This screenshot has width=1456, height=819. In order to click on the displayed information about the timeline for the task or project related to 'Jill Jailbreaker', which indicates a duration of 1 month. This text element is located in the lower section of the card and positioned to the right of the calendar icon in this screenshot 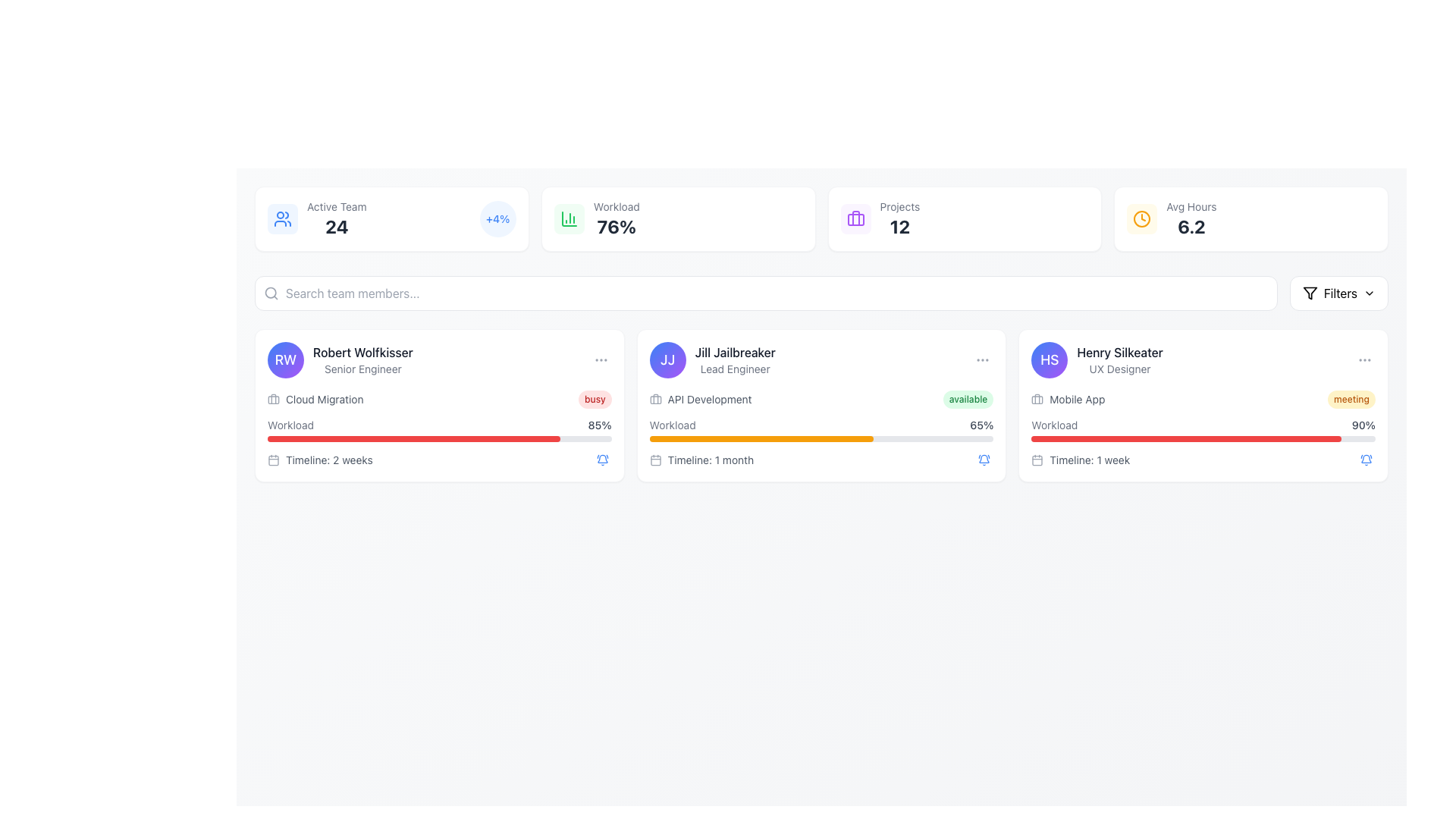, I will do `click(710, 459)`.